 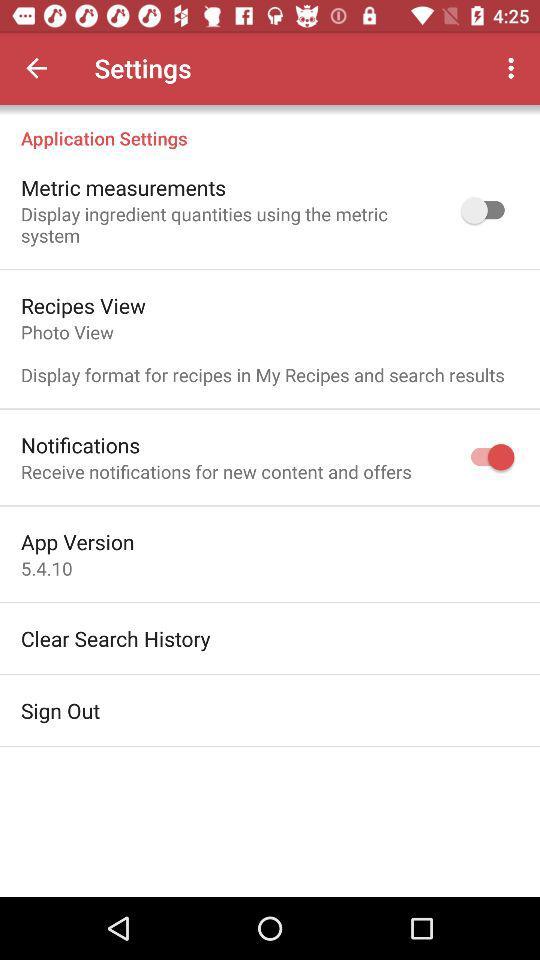 I want to click on the display ingredient quantities icon, so click(x=227, y=224).